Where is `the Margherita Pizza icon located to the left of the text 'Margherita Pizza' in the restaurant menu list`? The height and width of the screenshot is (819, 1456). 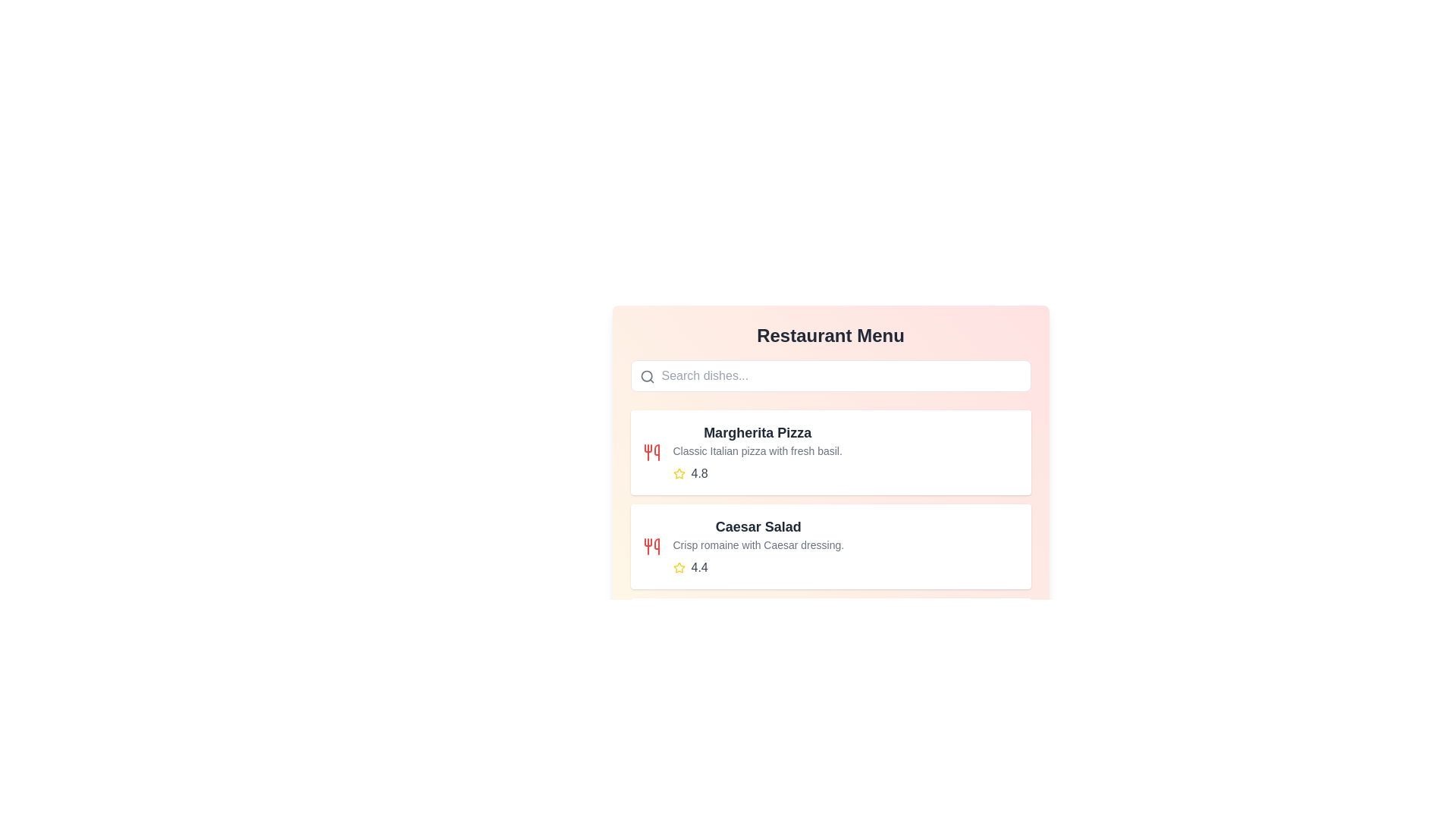
the Margherita Pizza icon located to the left of the text 'Margherita Pizza' in the restaurant menu list is located at coordinates (651, 452).